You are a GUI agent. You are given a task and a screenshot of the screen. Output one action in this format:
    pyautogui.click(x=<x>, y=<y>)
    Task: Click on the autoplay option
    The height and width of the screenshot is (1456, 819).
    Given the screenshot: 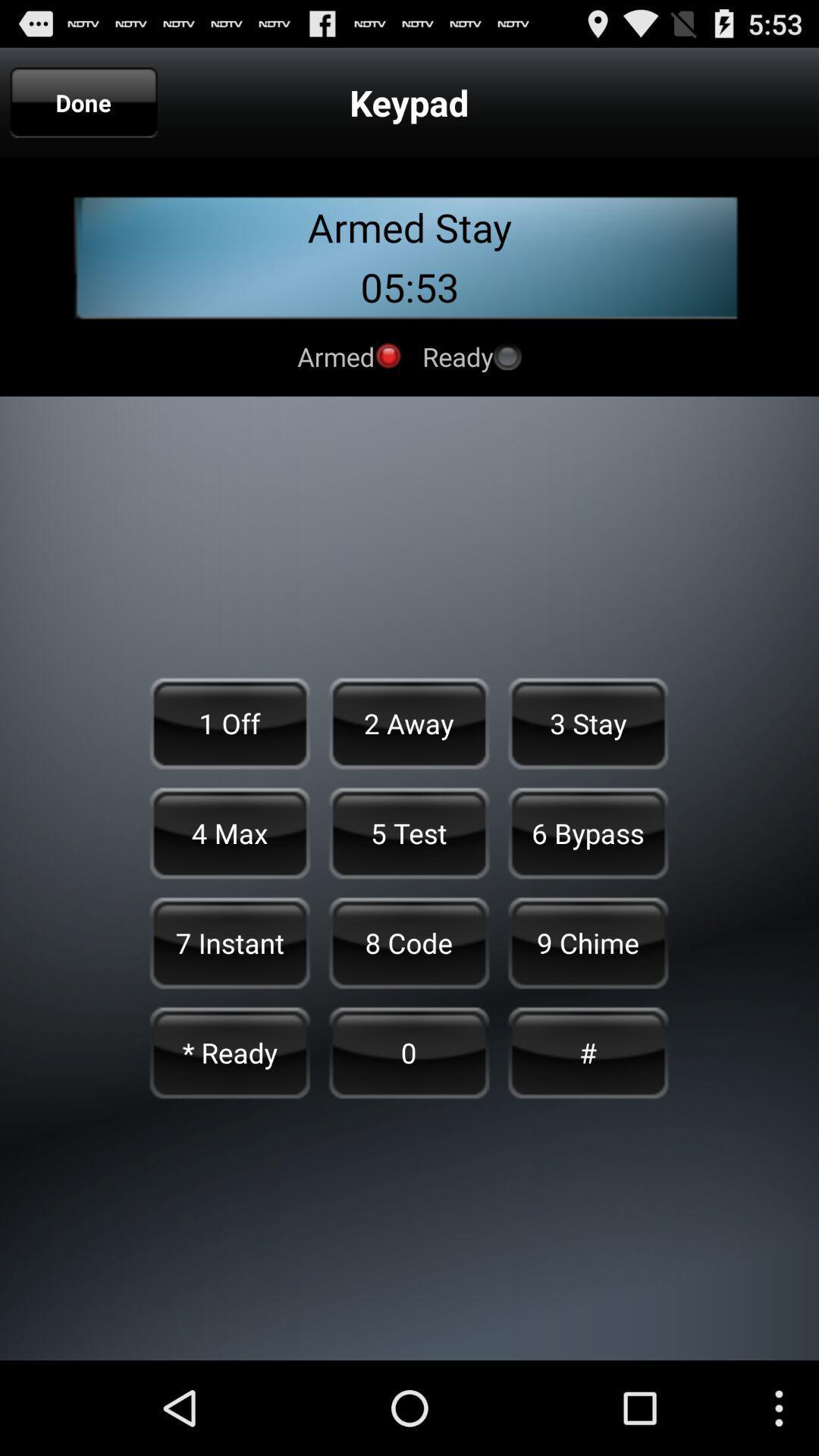 What is the action you would take?
    pyautogui.click(x=388, y=355)
    